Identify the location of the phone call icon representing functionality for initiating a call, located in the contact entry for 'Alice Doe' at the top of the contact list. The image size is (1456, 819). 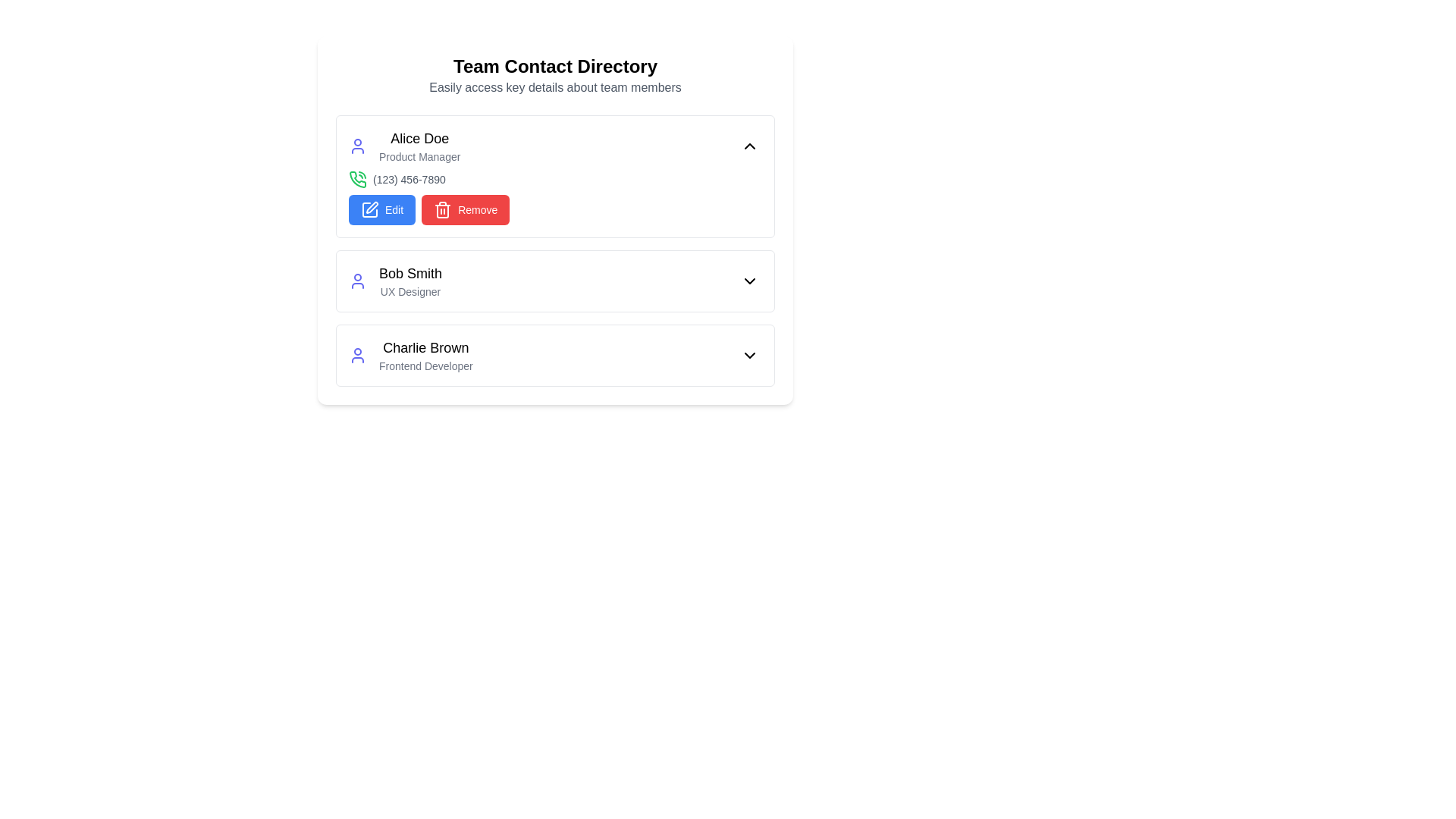
(356, 178).